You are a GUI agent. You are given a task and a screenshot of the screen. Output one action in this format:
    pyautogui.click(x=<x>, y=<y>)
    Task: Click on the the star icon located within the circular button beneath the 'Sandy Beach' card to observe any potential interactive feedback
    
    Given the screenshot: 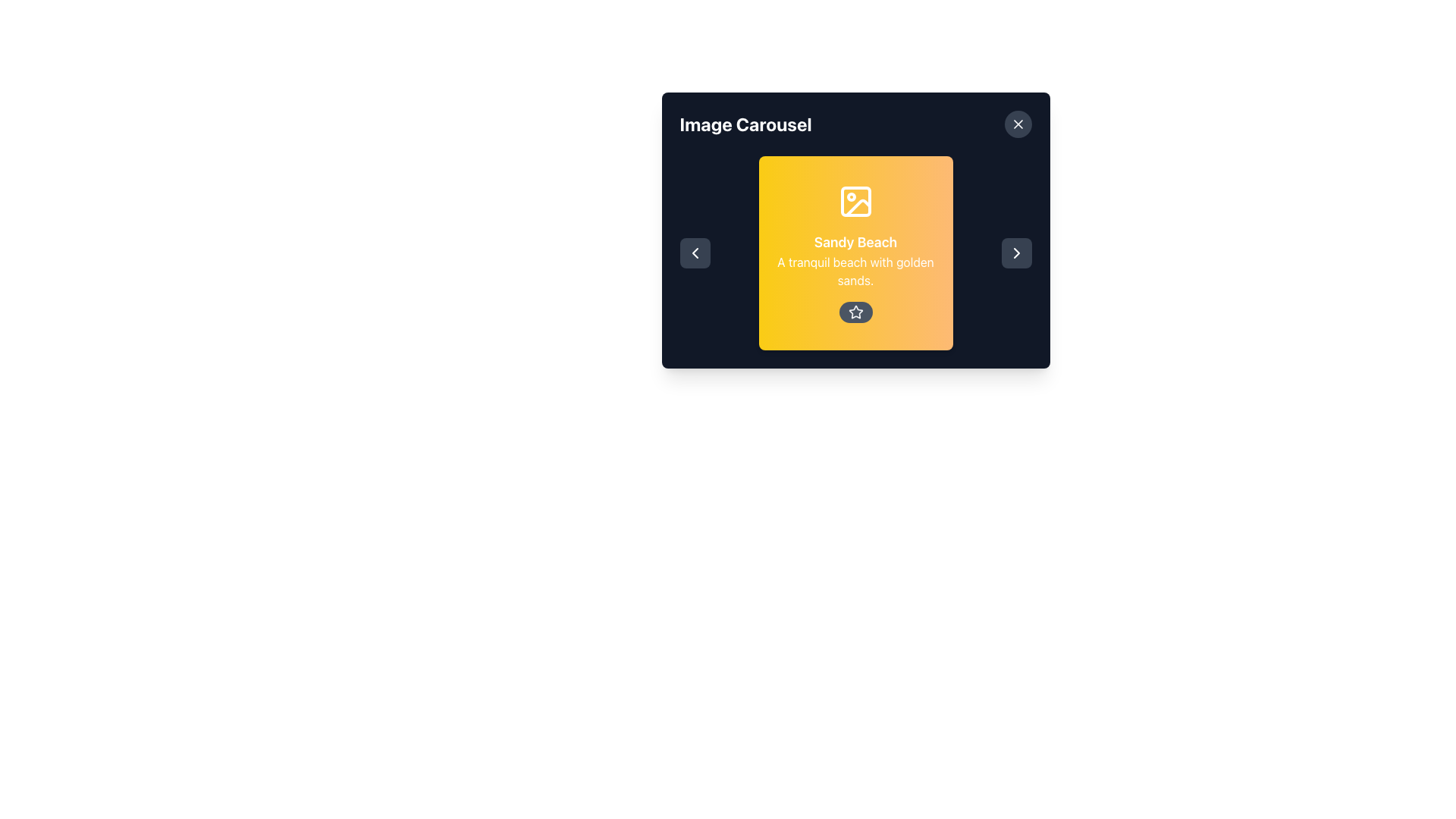 What is the action you would take?
    pyautogui.click(x=855, y=312)
    